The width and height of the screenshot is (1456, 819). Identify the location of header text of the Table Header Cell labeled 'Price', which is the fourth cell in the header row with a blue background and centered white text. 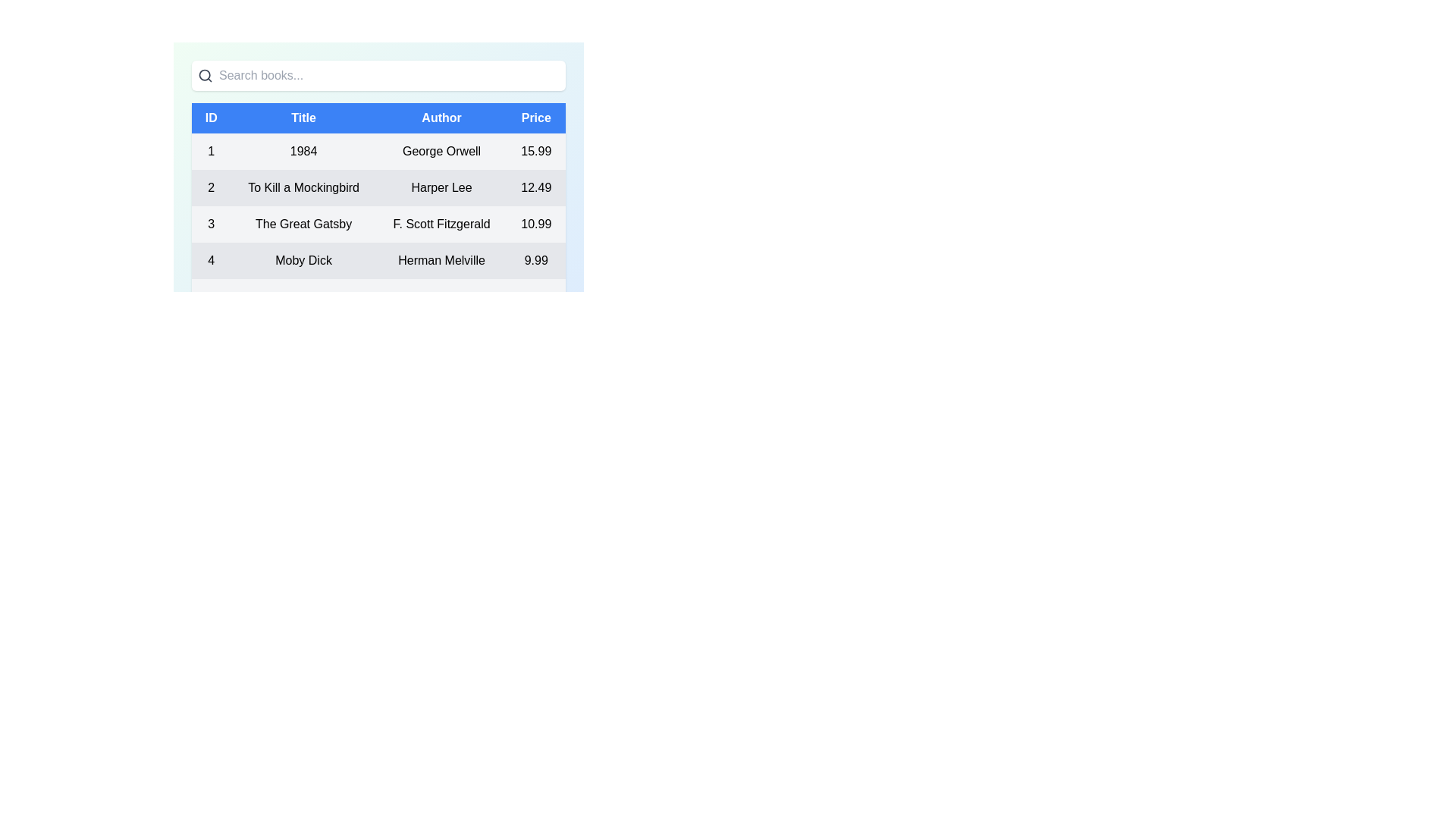
(536, 117).